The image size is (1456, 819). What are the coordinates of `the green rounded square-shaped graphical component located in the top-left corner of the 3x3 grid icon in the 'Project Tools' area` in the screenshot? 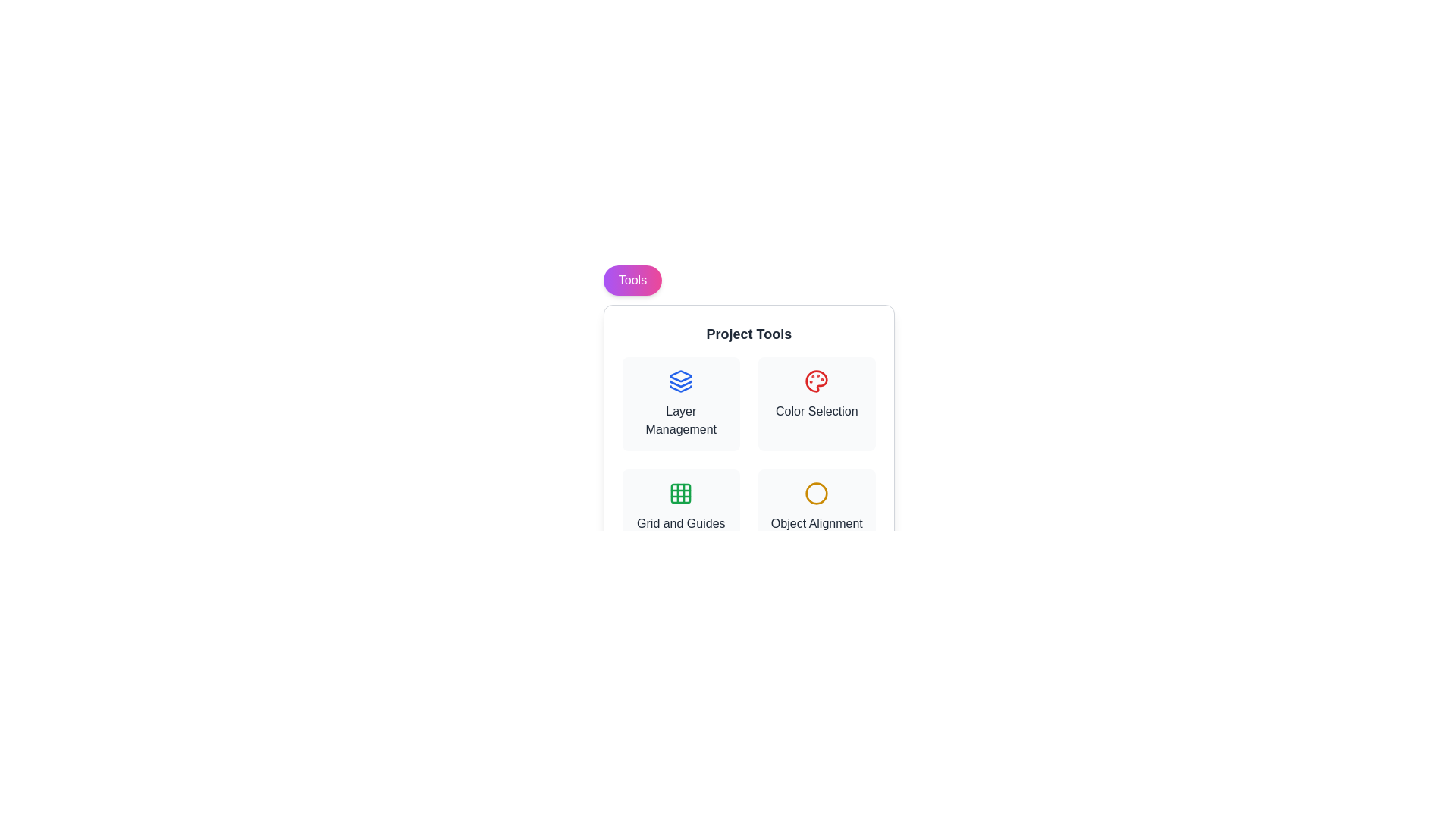 It's located at (680, 494).